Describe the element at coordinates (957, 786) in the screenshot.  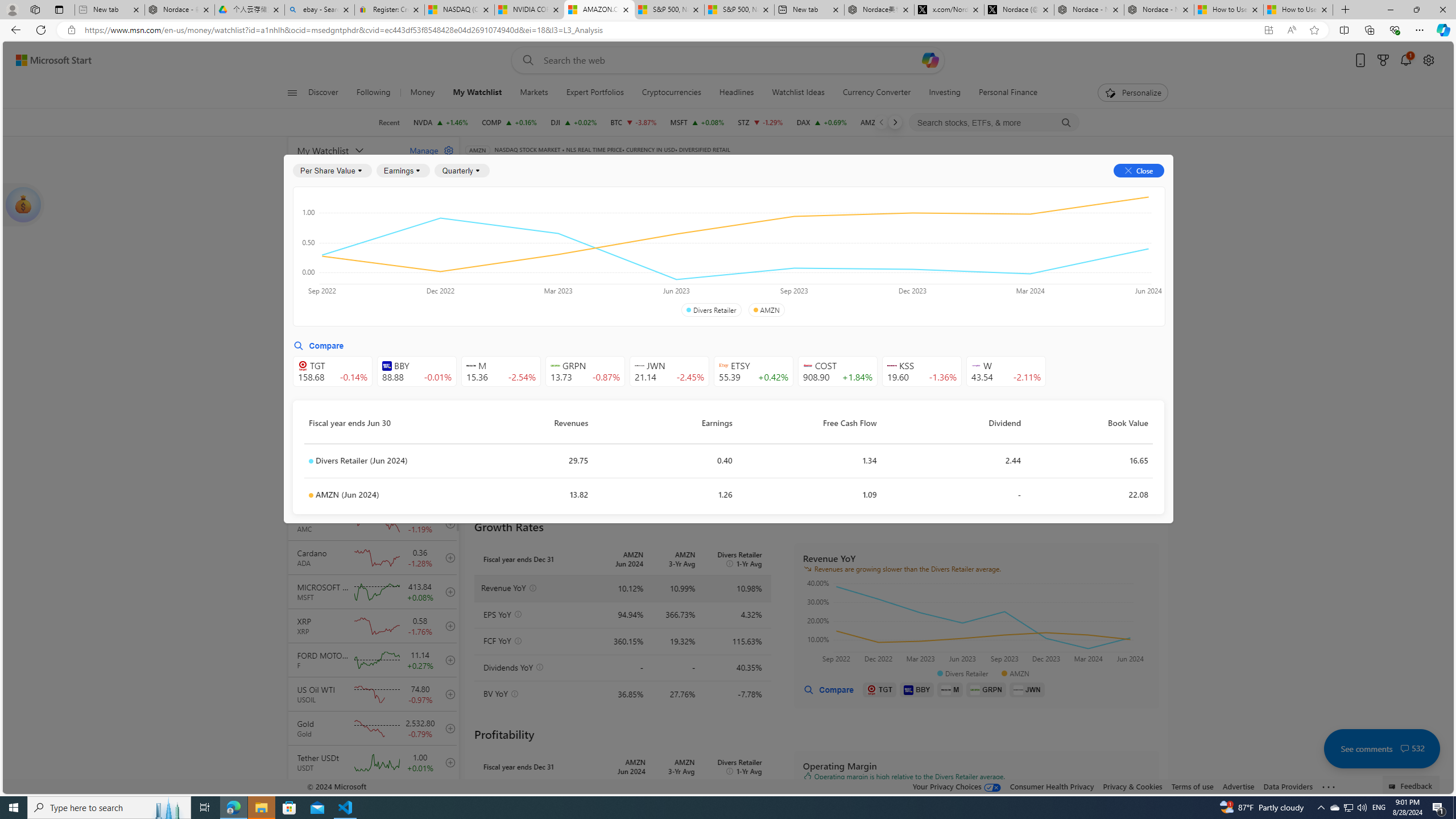
I see `'Your Privacy Choices'` at that location.